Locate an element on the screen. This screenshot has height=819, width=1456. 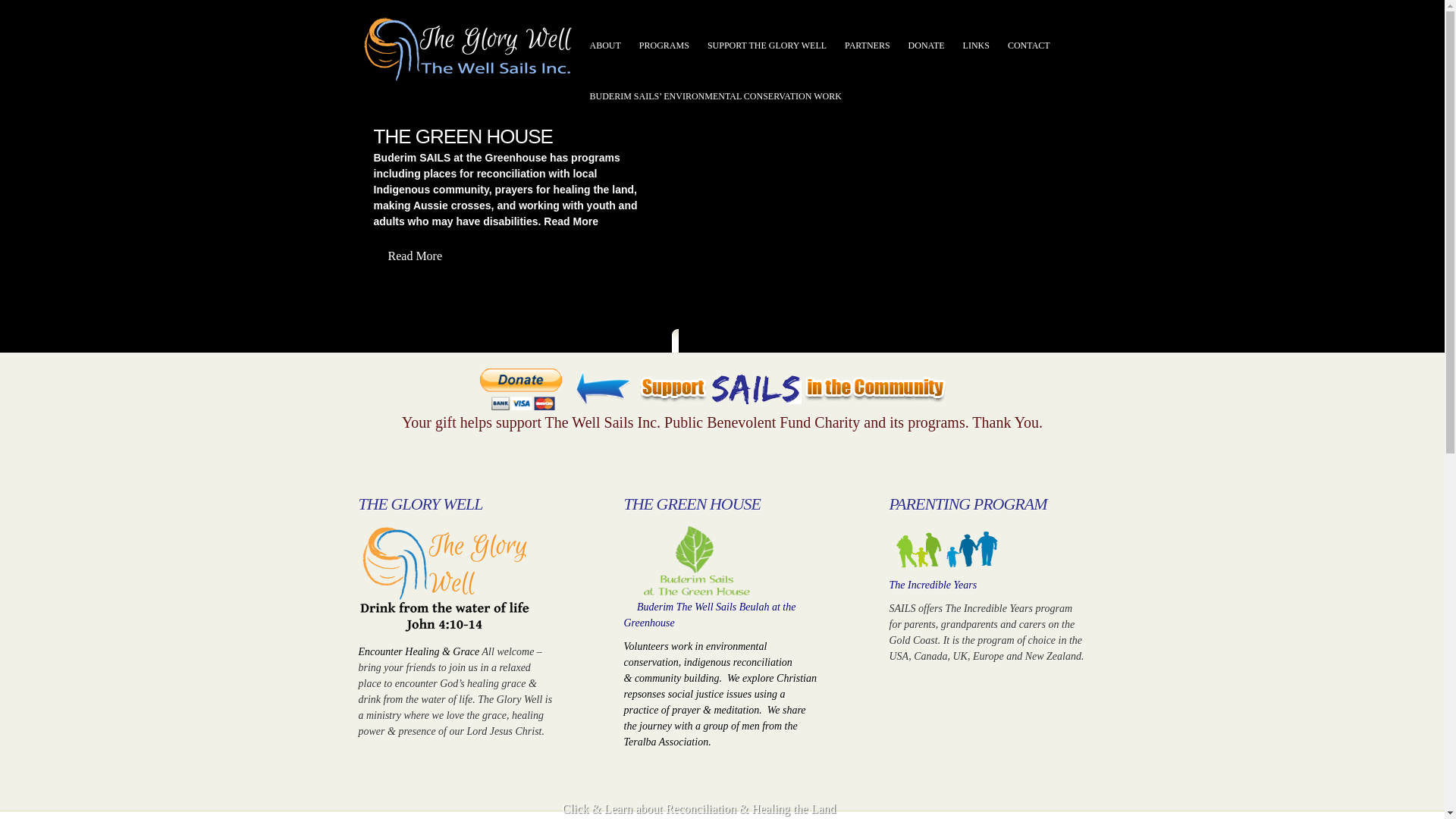
'PARTNERS' is located at coordinates (867, 45).